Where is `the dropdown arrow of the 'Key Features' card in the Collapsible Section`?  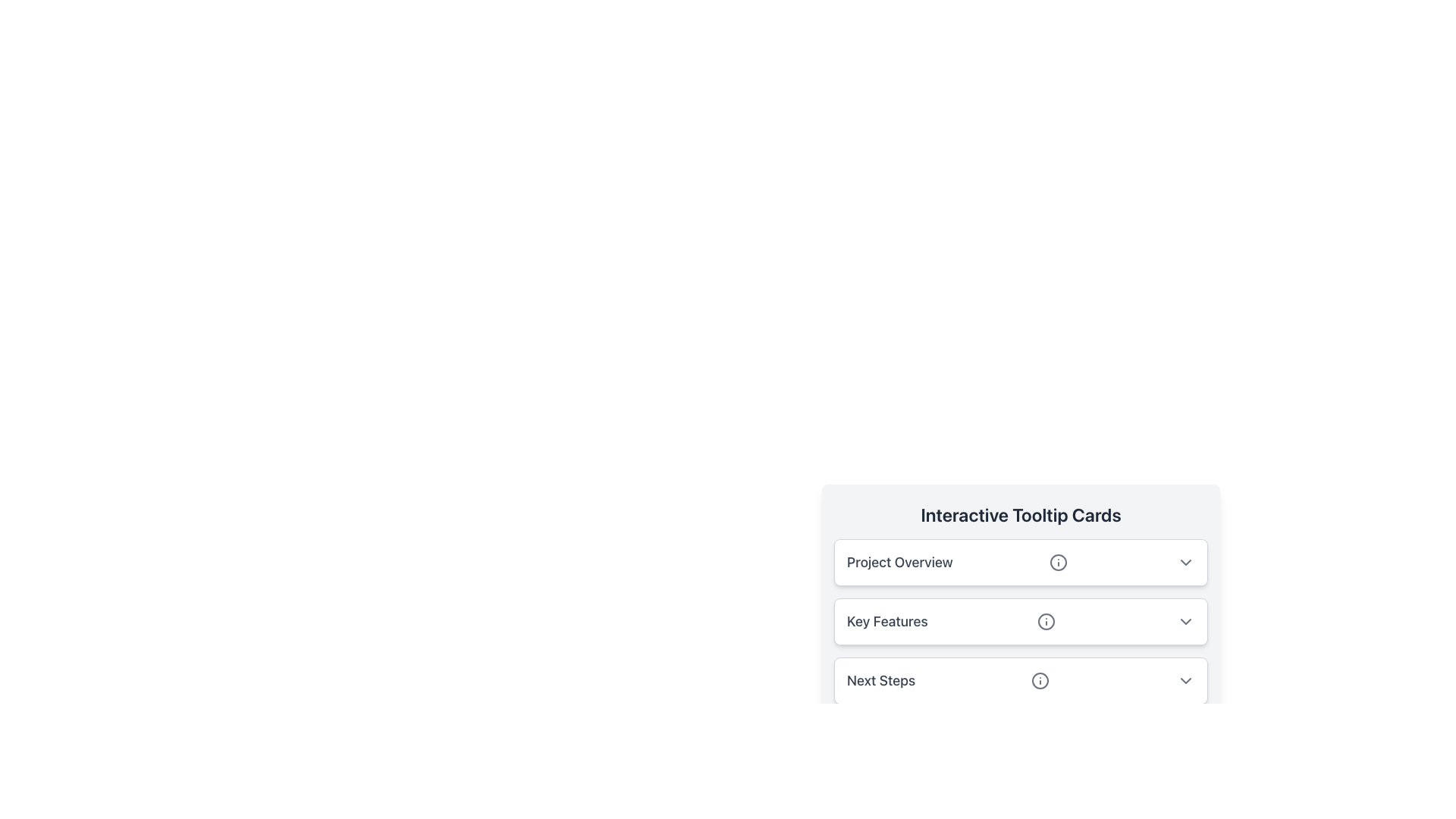
the dropdown arrow of the 'Key Features' card in the Collapsible Section is located at coordinates (1021, 622).